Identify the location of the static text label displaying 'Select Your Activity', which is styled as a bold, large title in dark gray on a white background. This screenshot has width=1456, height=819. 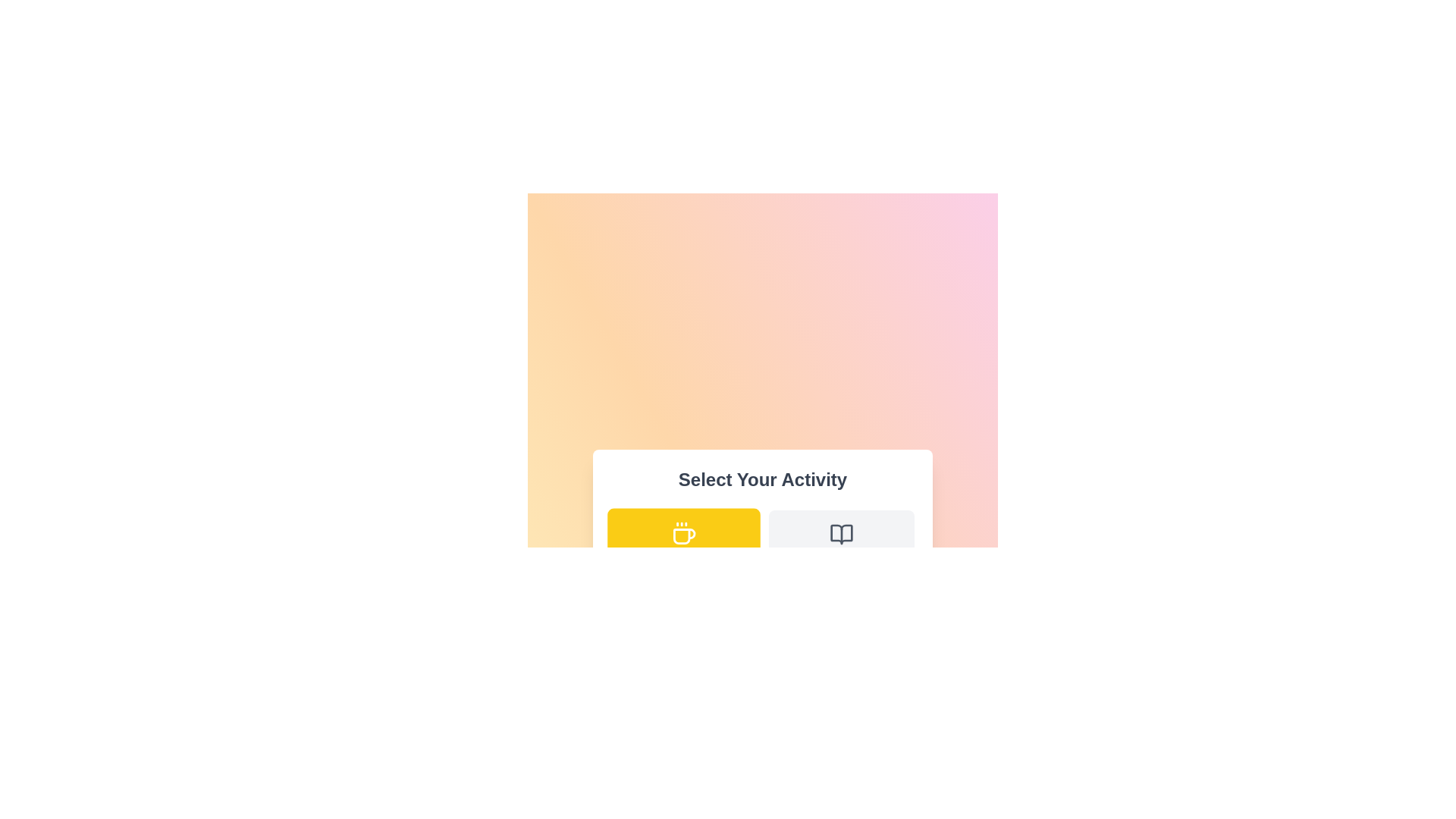
(763, 479).